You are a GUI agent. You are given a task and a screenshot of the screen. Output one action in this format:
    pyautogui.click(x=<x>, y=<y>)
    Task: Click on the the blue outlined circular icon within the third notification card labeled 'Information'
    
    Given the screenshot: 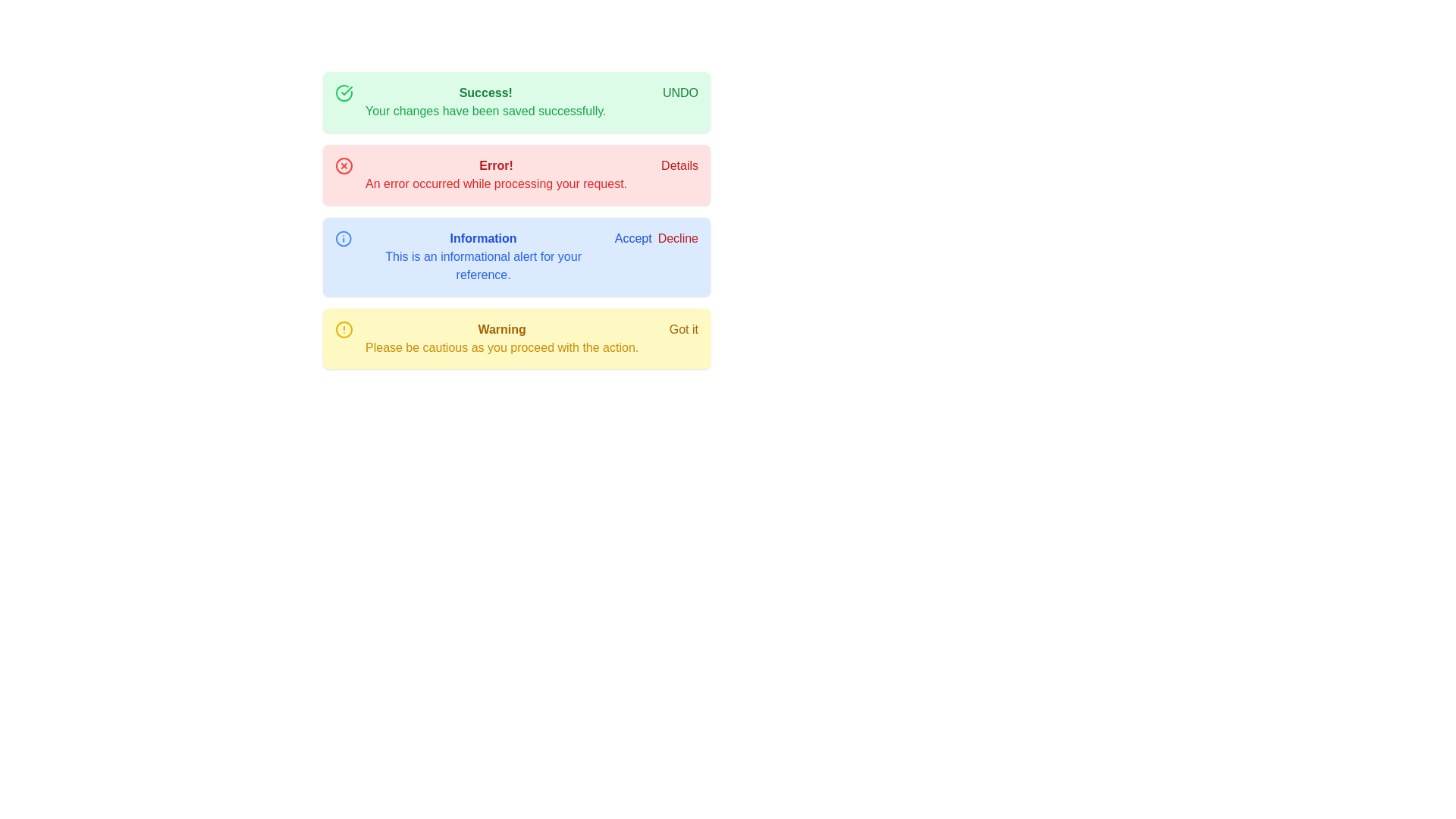 What is the action you would take?
    pyautogui.click(x=343, y=239)
    